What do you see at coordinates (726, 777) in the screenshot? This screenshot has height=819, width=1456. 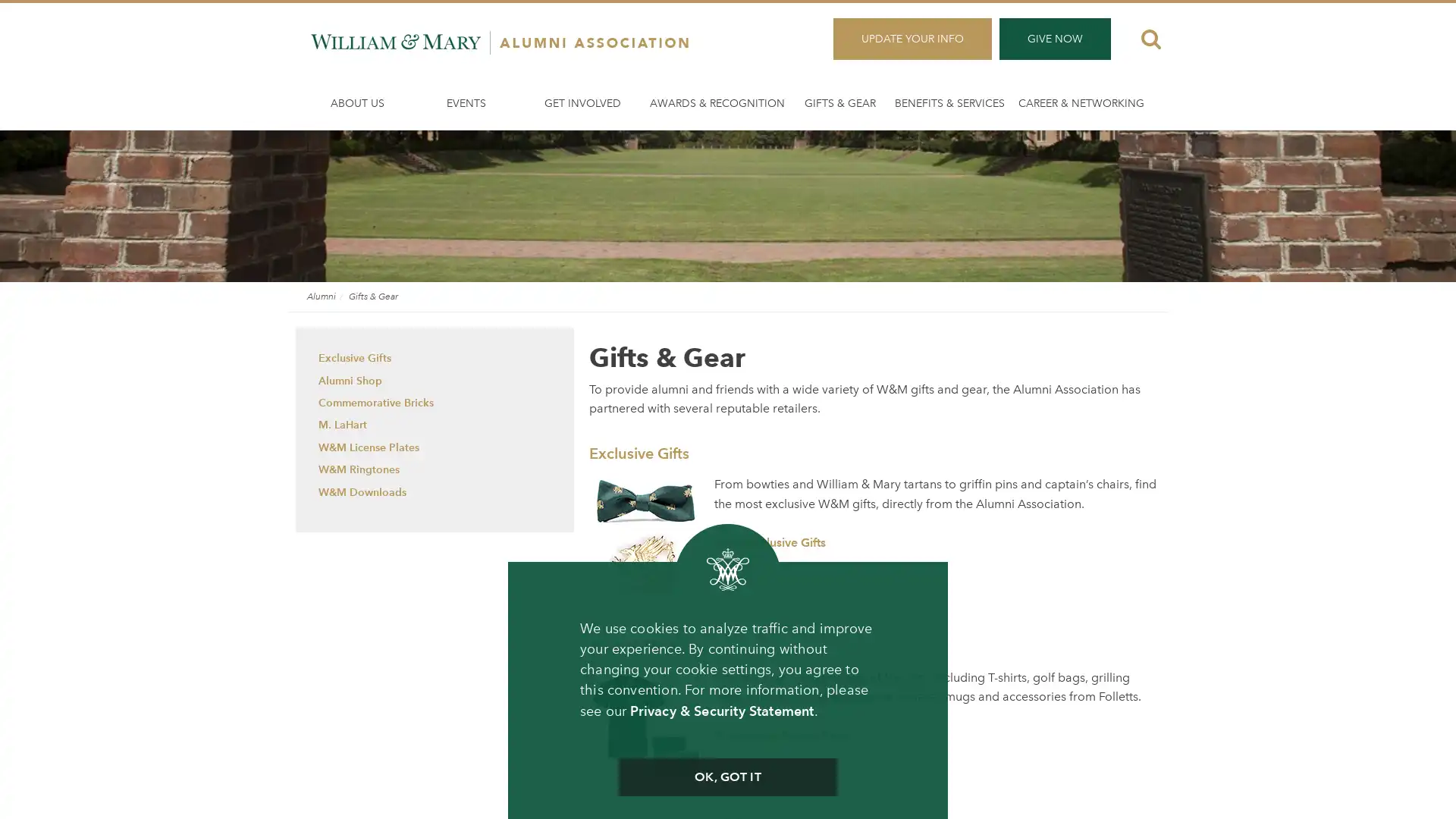 I see `OK, GOT IT` at bounding box center [726, 777].